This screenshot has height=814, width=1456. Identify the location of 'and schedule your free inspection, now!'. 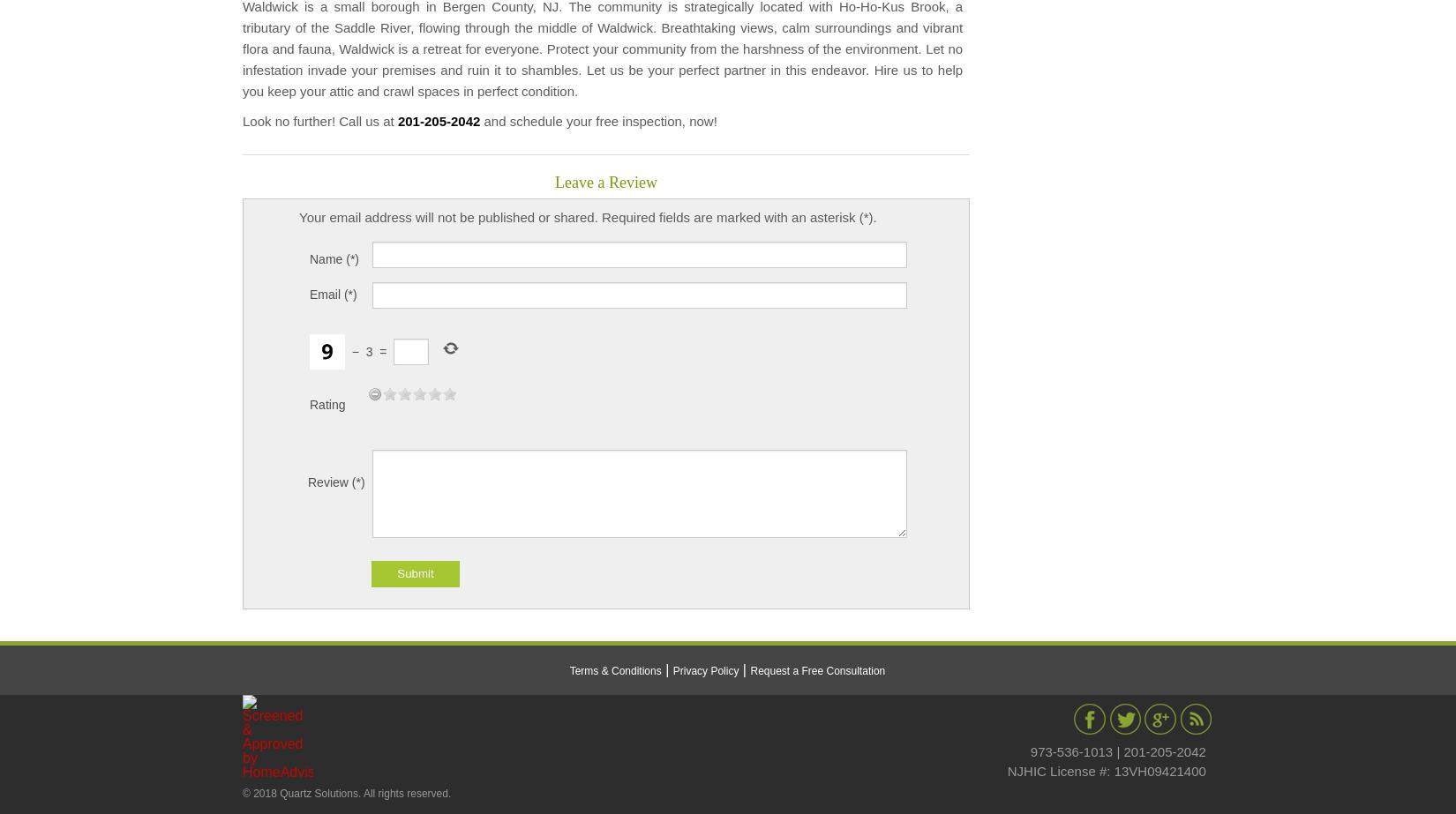
(597, 120).